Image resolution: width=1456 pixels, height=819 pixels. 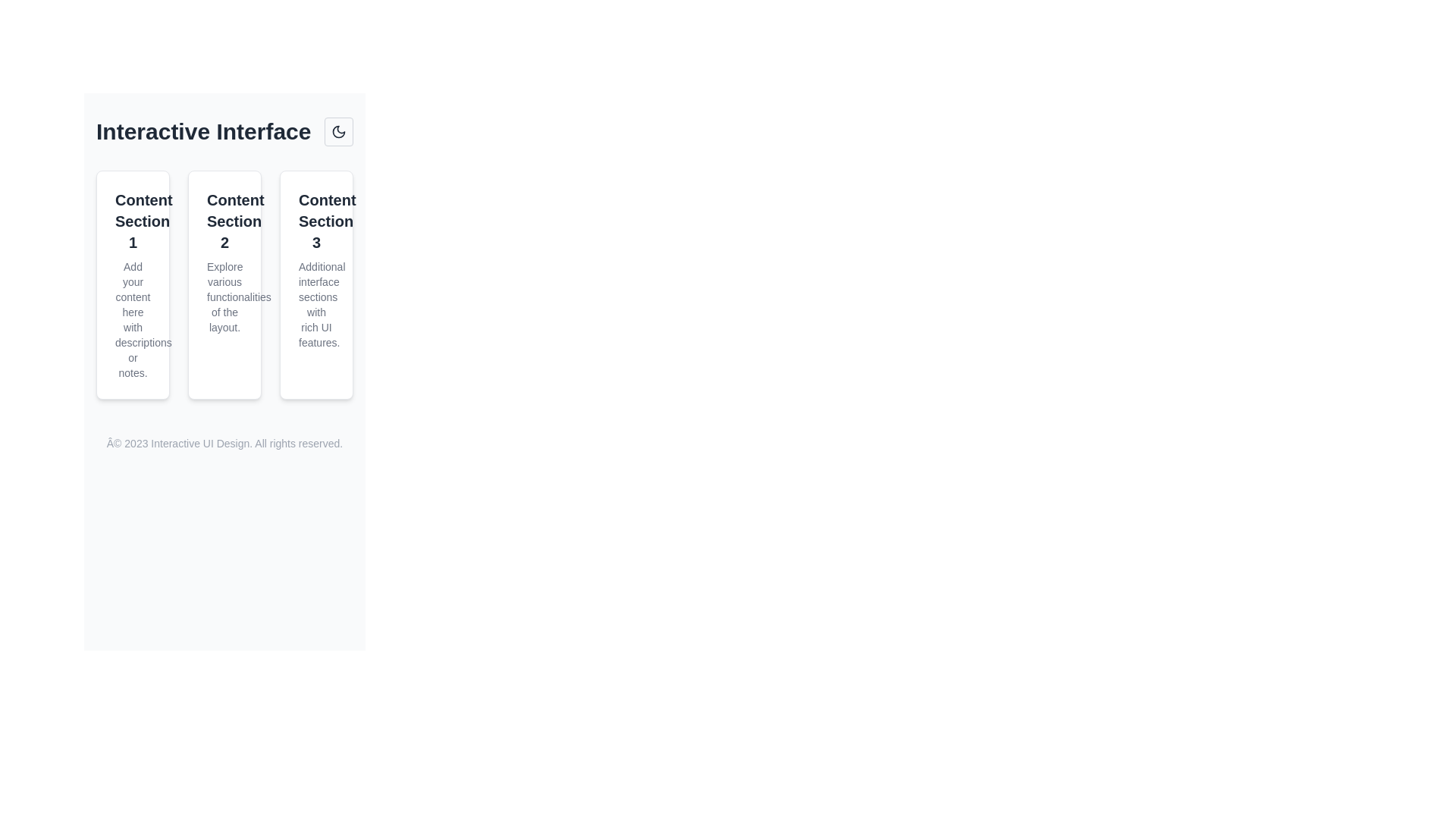 I want to click on the Text Header element located at the top of the rightmost card in a set of three cards, which serves as the title for the section it represents, so click(x=315, y=221).